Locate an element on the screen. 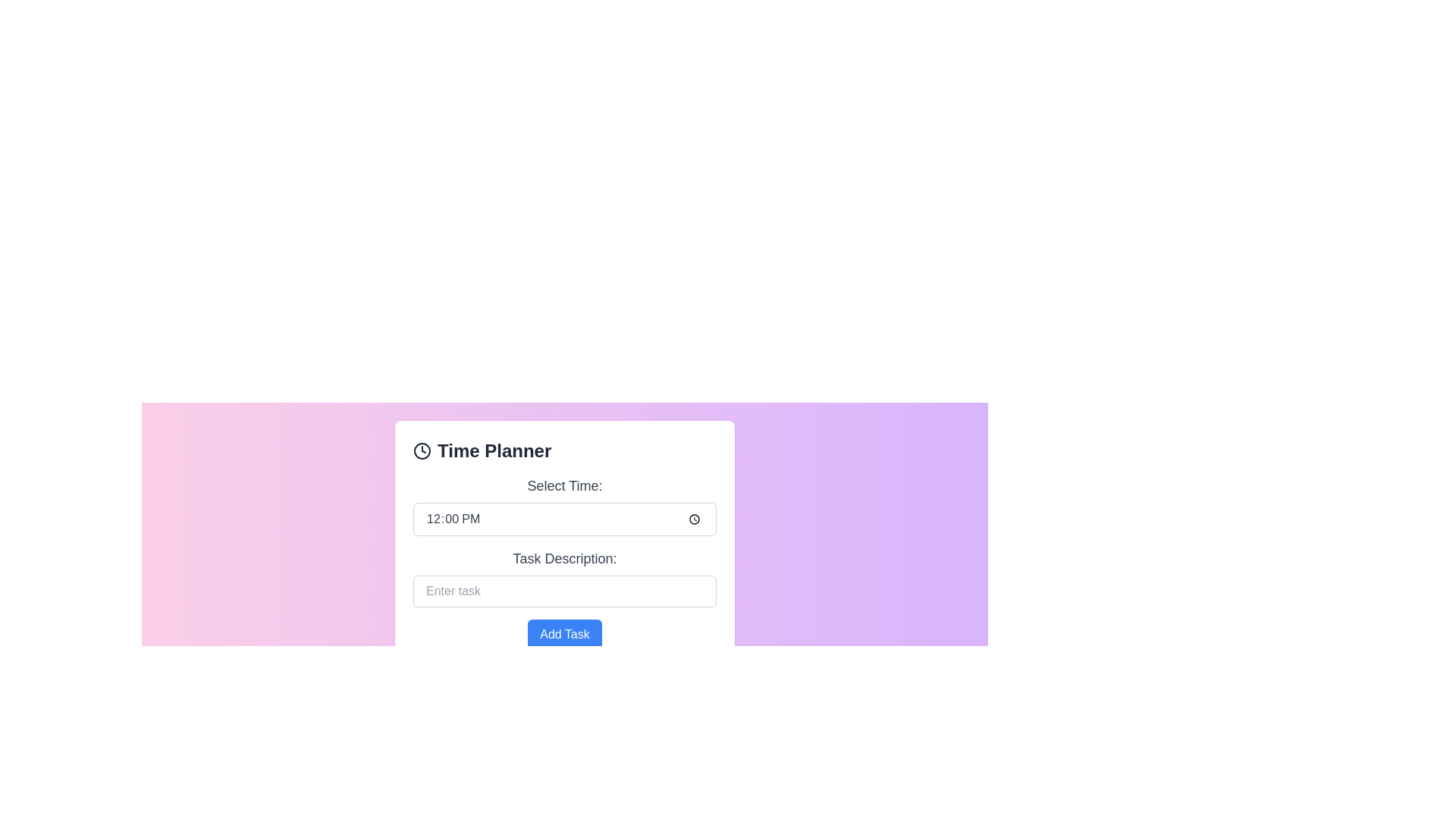 This screenshot has height=819, width=1456. the text label that serves as a descriptor for the task input field, to associate it with the input field below is located at coordinates (563, 558).